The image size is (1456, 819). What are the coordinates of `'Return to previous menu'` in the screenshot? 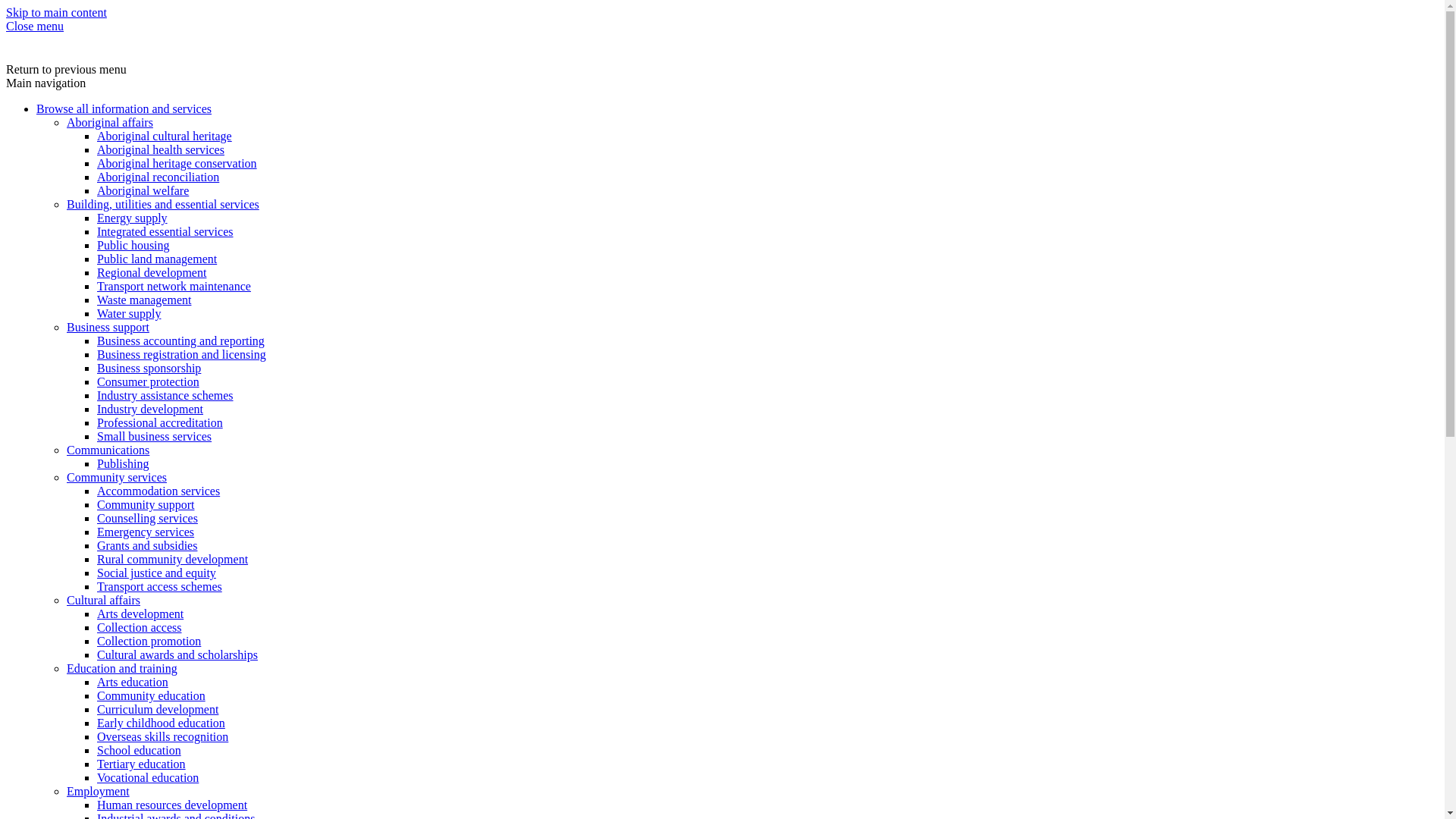 It's located at (65, 69).